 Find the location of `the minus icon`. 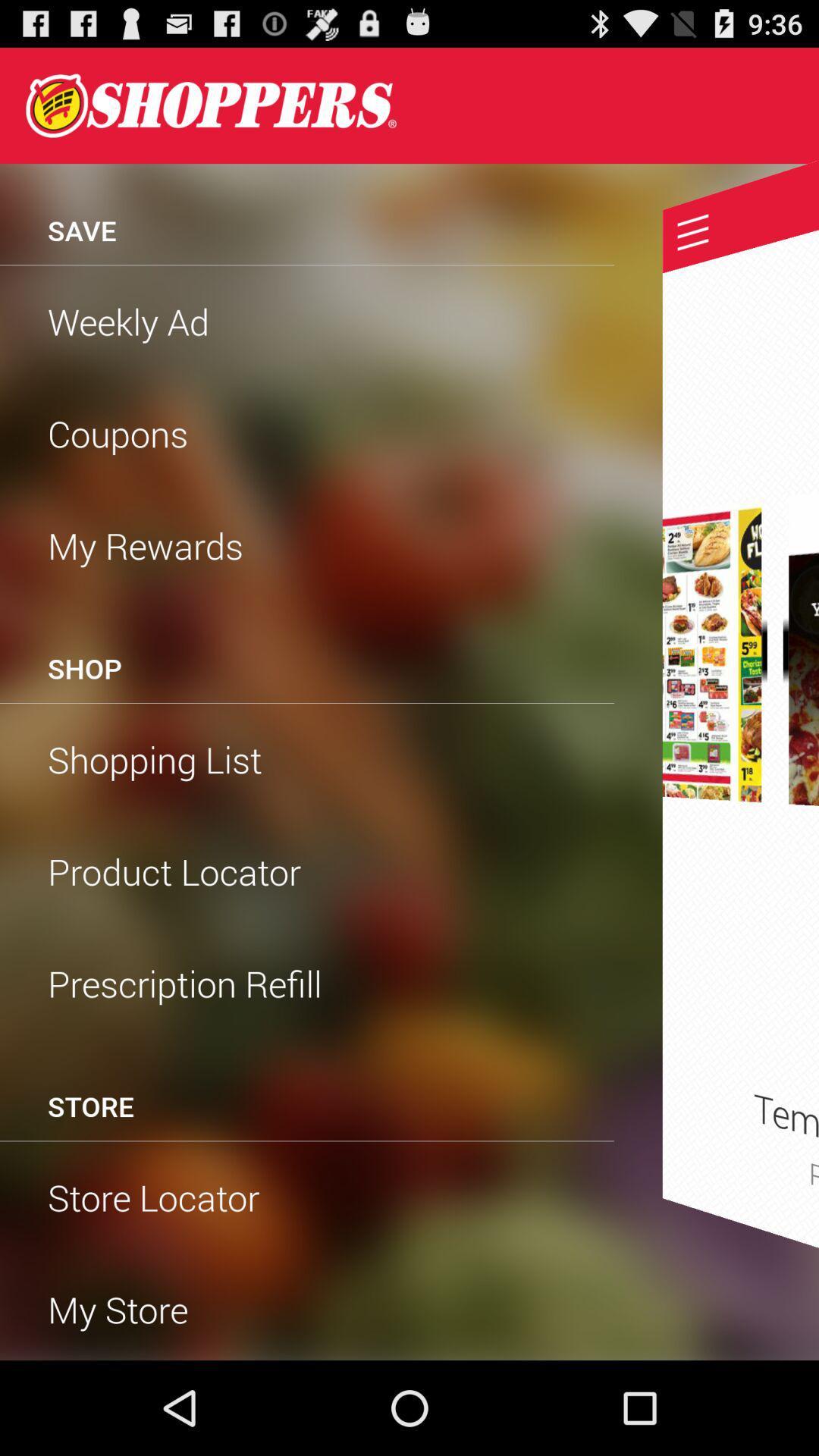

the minus icon is located at coordinates (767, 695).